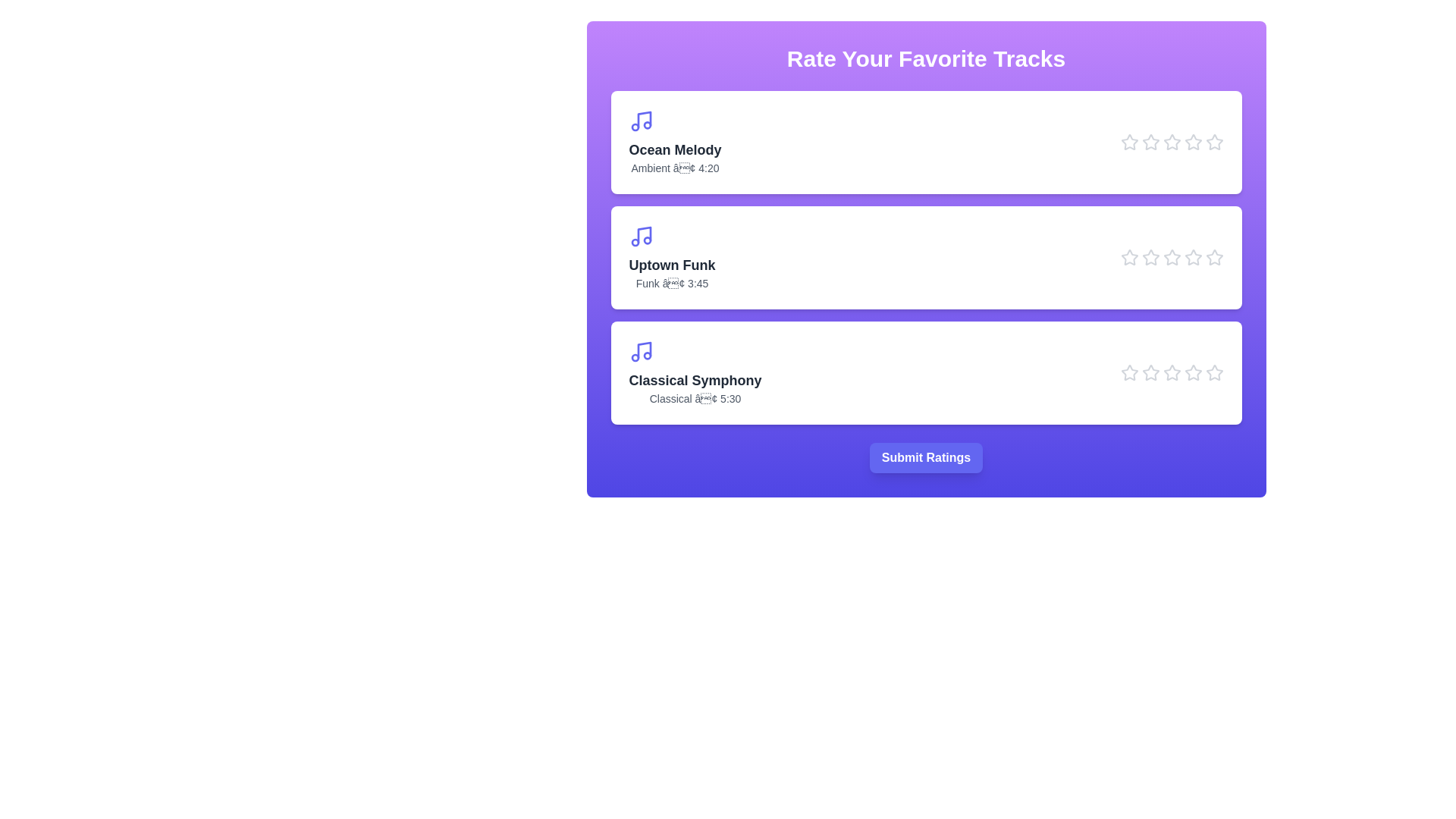  I want to click on the star icon corresponding to Classical Symphony at 5 stars to preview the rating, so click(1214, 373).